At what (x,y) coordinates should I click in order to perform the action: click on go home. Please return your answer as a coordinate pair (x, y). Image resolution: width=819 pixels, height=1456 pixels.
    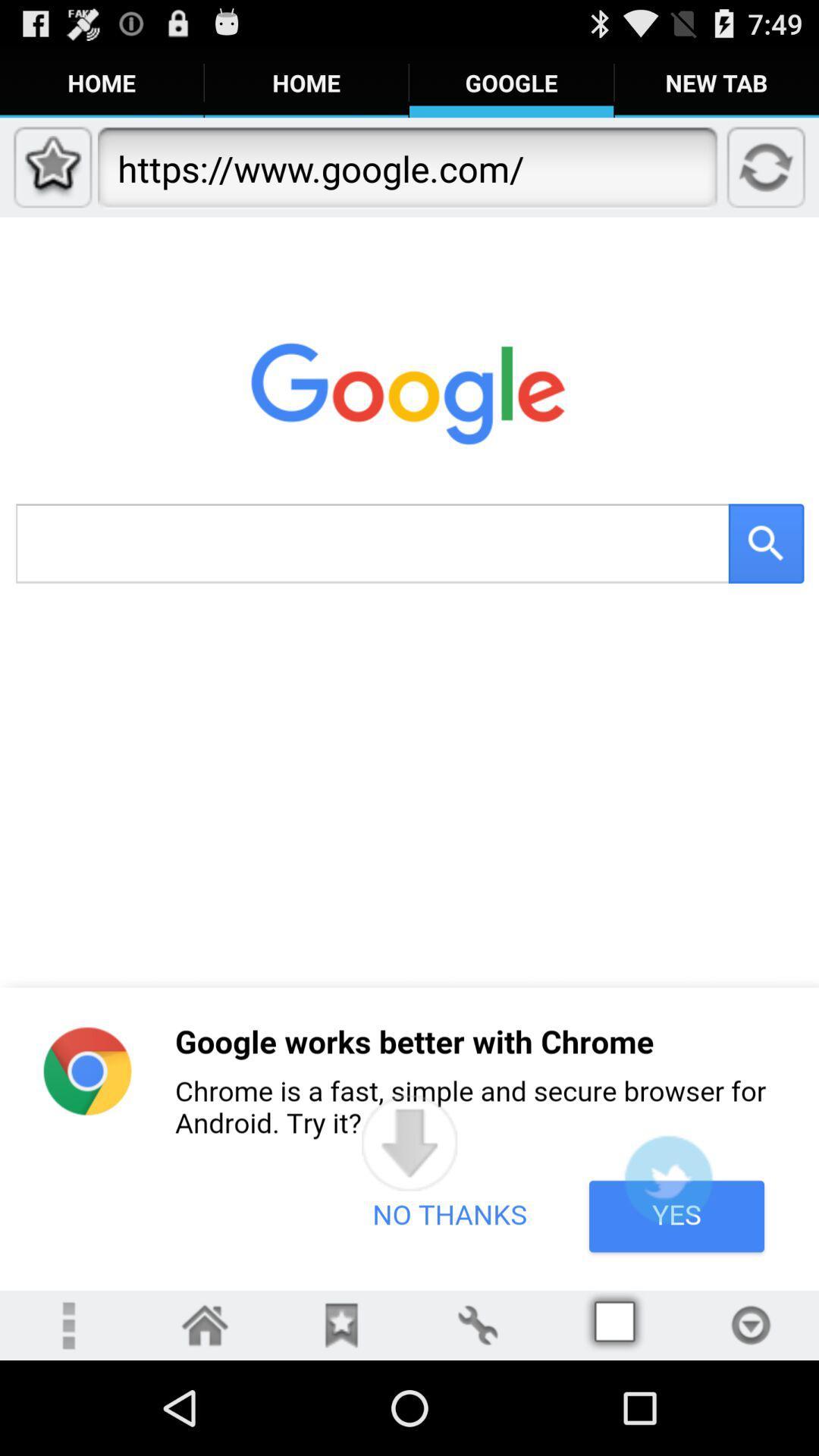
    Looking at the image, I should click on (205, 1324).